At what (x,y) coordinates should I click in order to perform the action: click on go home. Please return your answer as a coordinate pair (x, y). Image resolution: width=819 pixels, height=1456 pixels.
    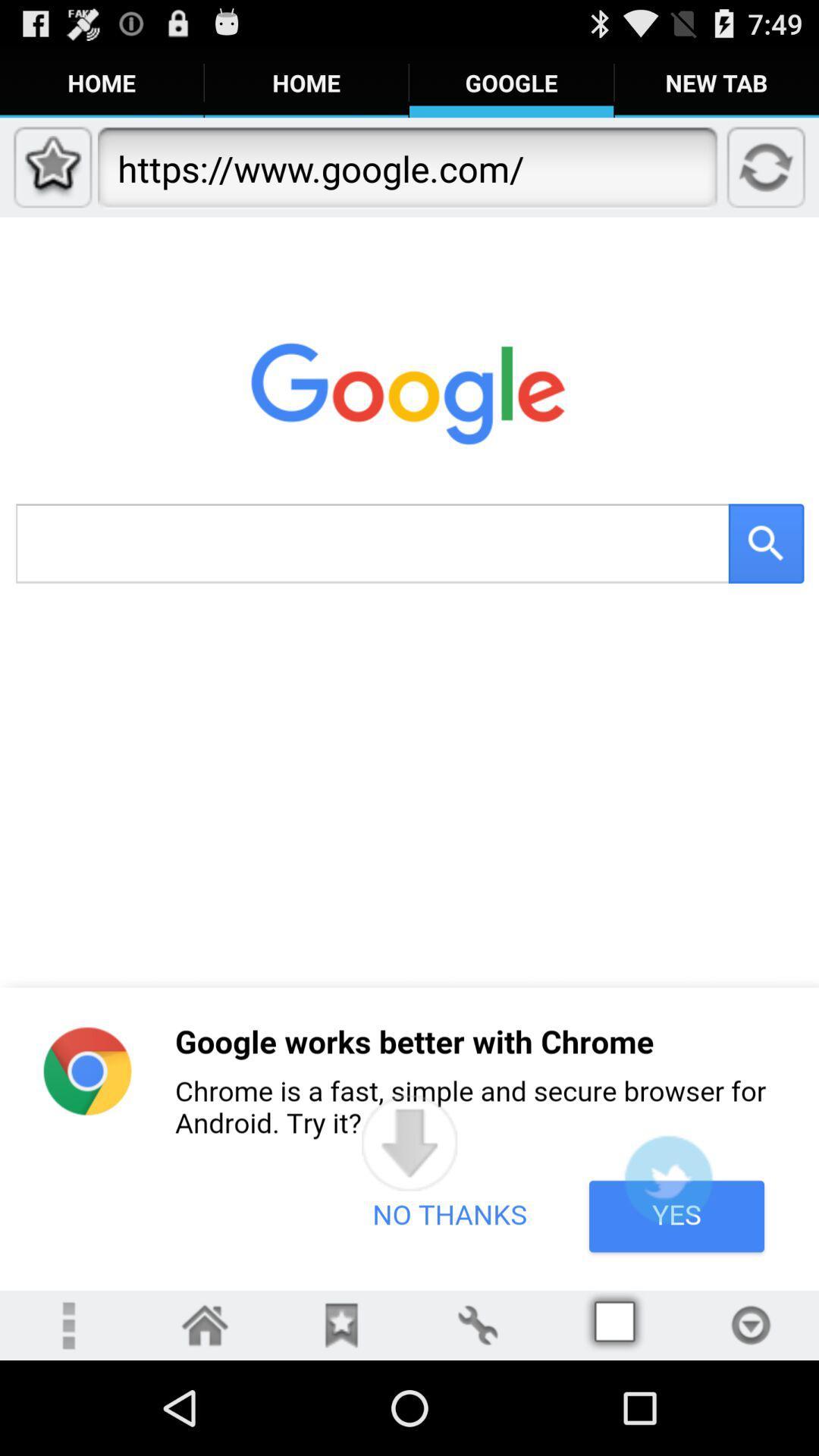
    Looking at the image, I should click on (205, 1324).